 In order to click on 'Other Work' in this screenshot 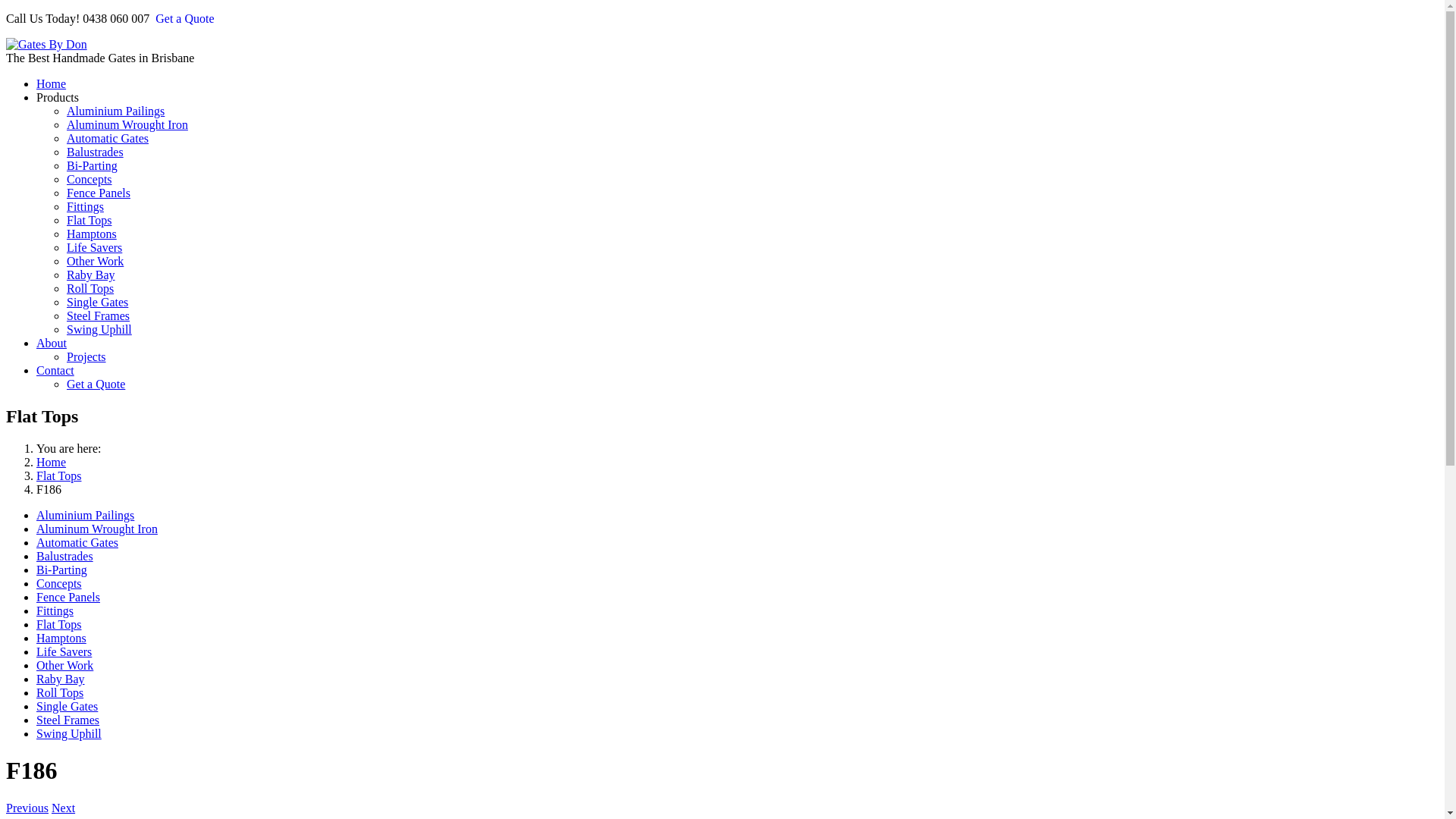, I will do `click(94, 260)`.